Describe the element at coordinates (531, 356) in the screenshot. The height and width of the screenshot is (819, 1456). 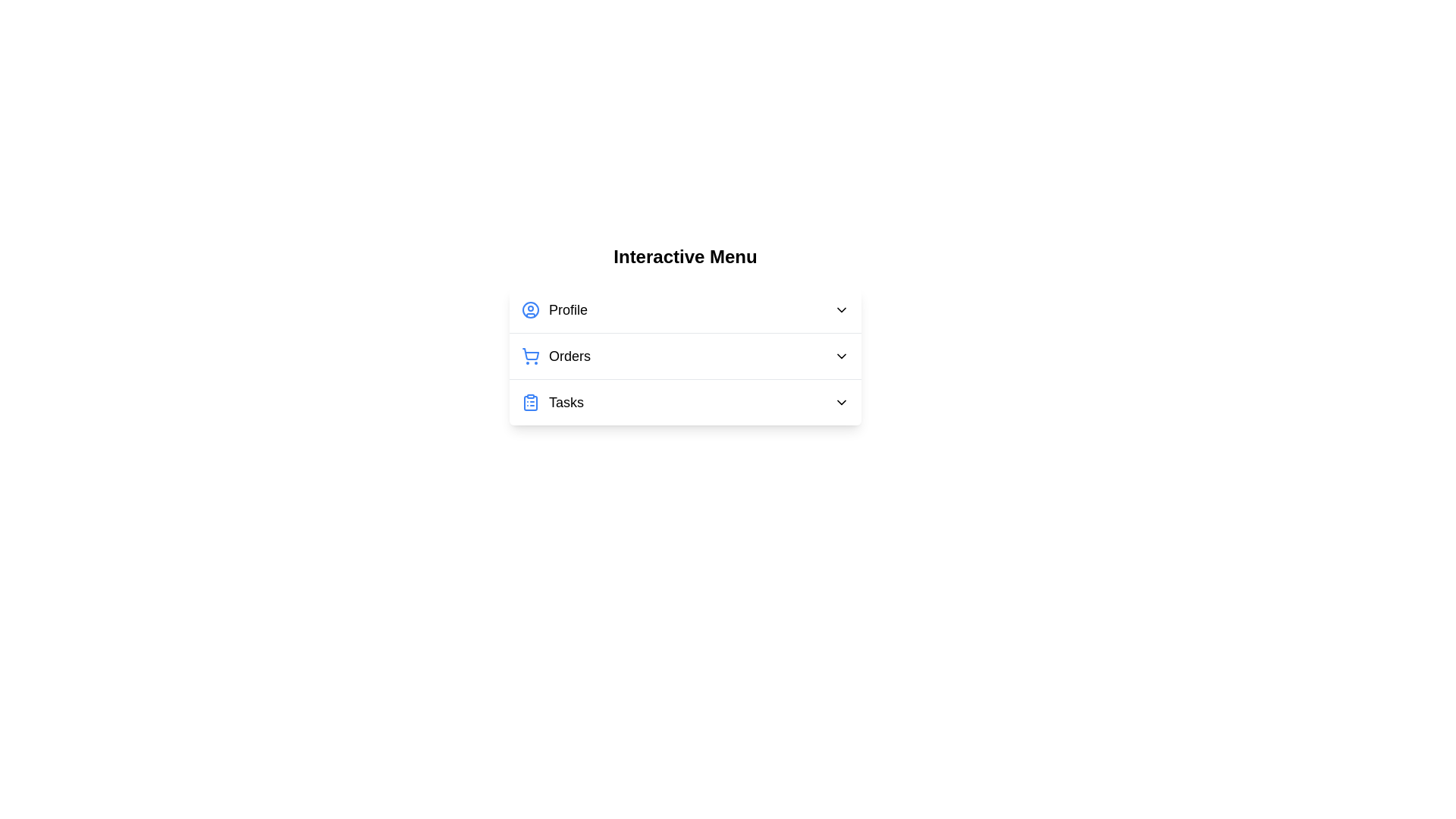
I see `the blue Shopping Cart Icon located left of the 'Orders' text, which is vertically aligned between the 'Profile' and 'Tasks' menu items` at that location.